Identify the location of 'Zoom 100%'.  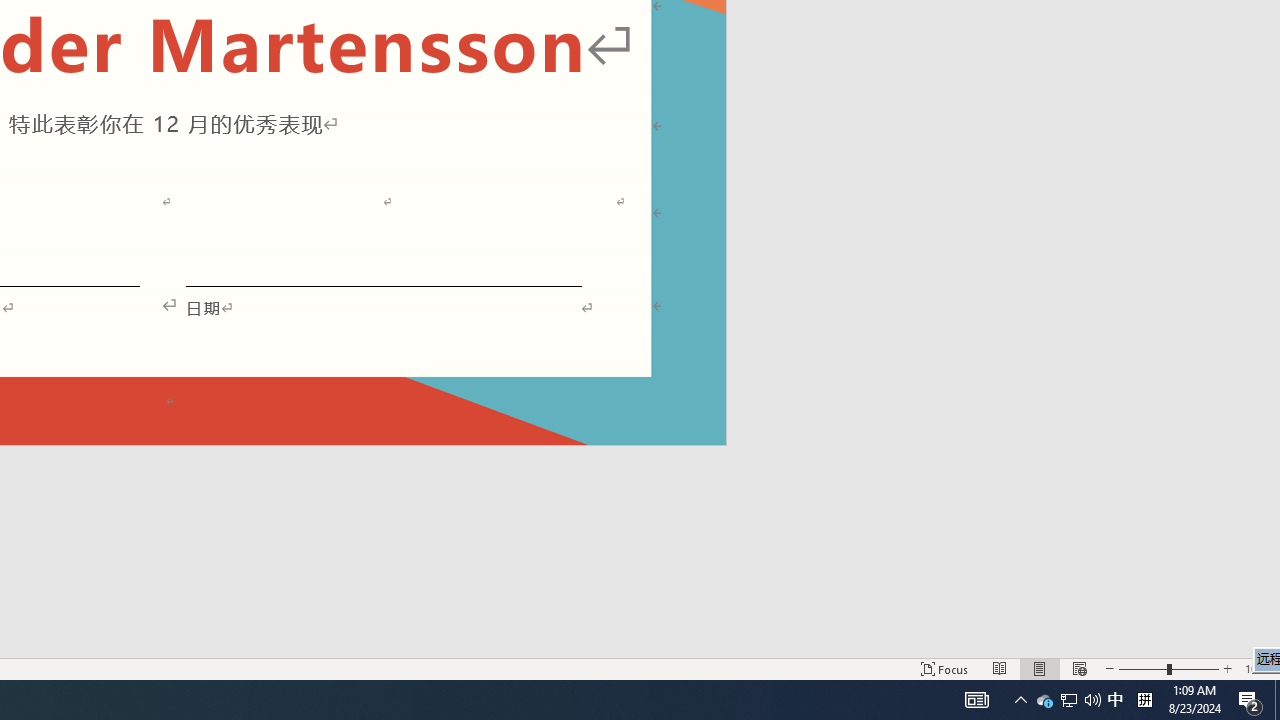
(1257, 669).